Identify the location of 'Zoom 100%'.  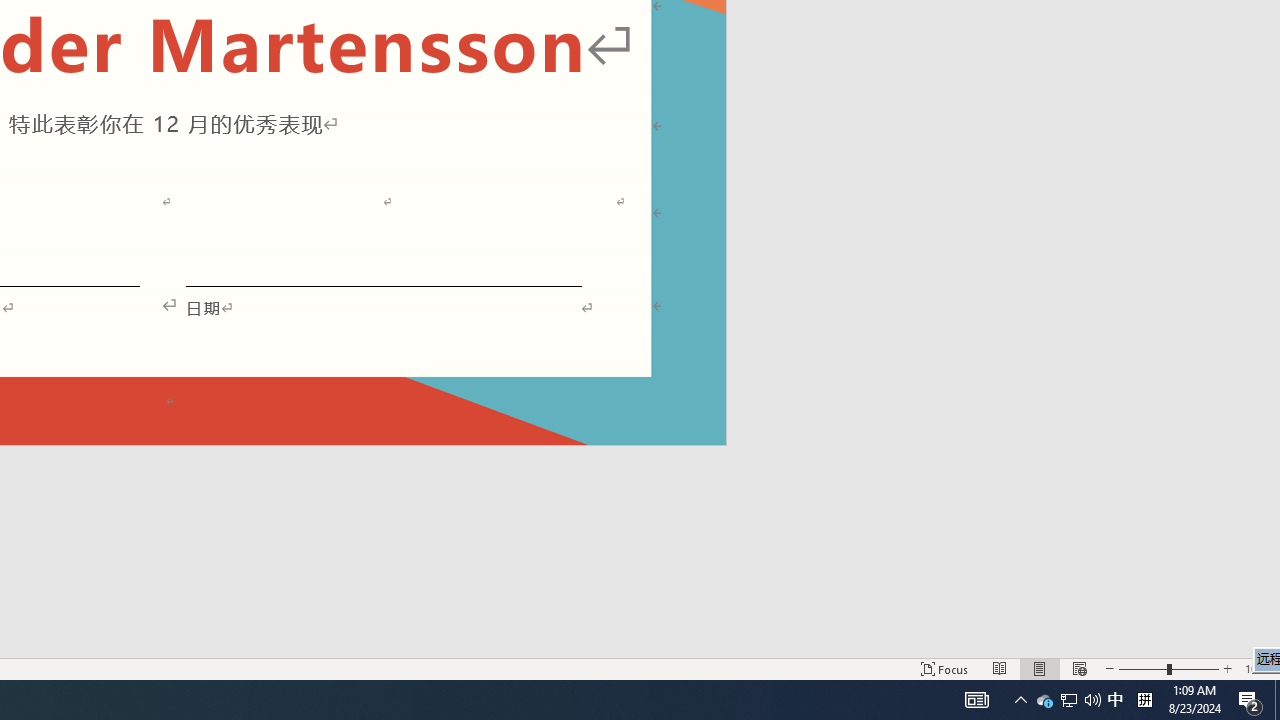
(1257, 669).